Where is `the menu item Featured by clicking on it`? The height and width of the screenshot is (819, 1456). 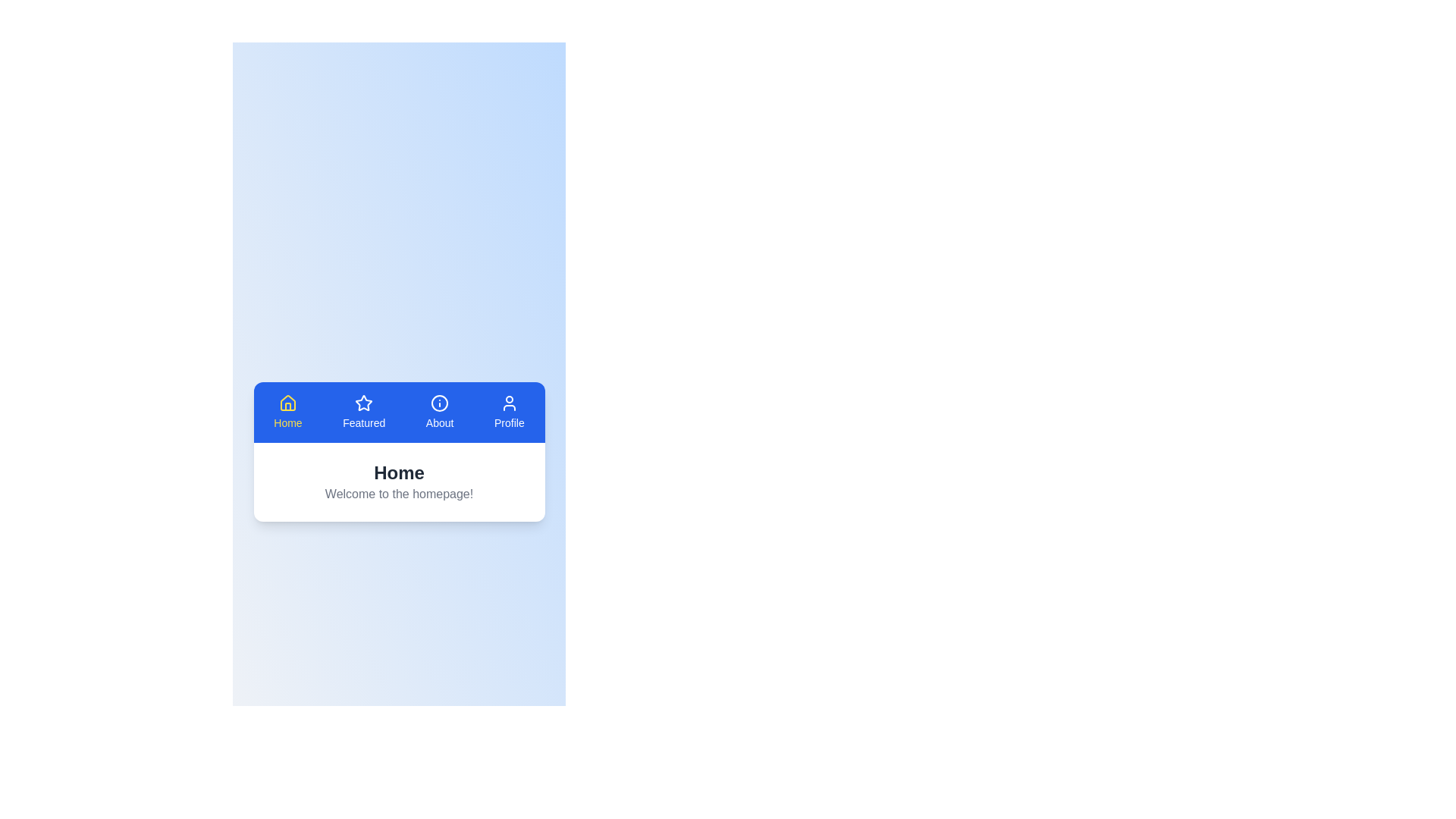 the menu item Featured by clicking on it is located at coordinates (364, 412).